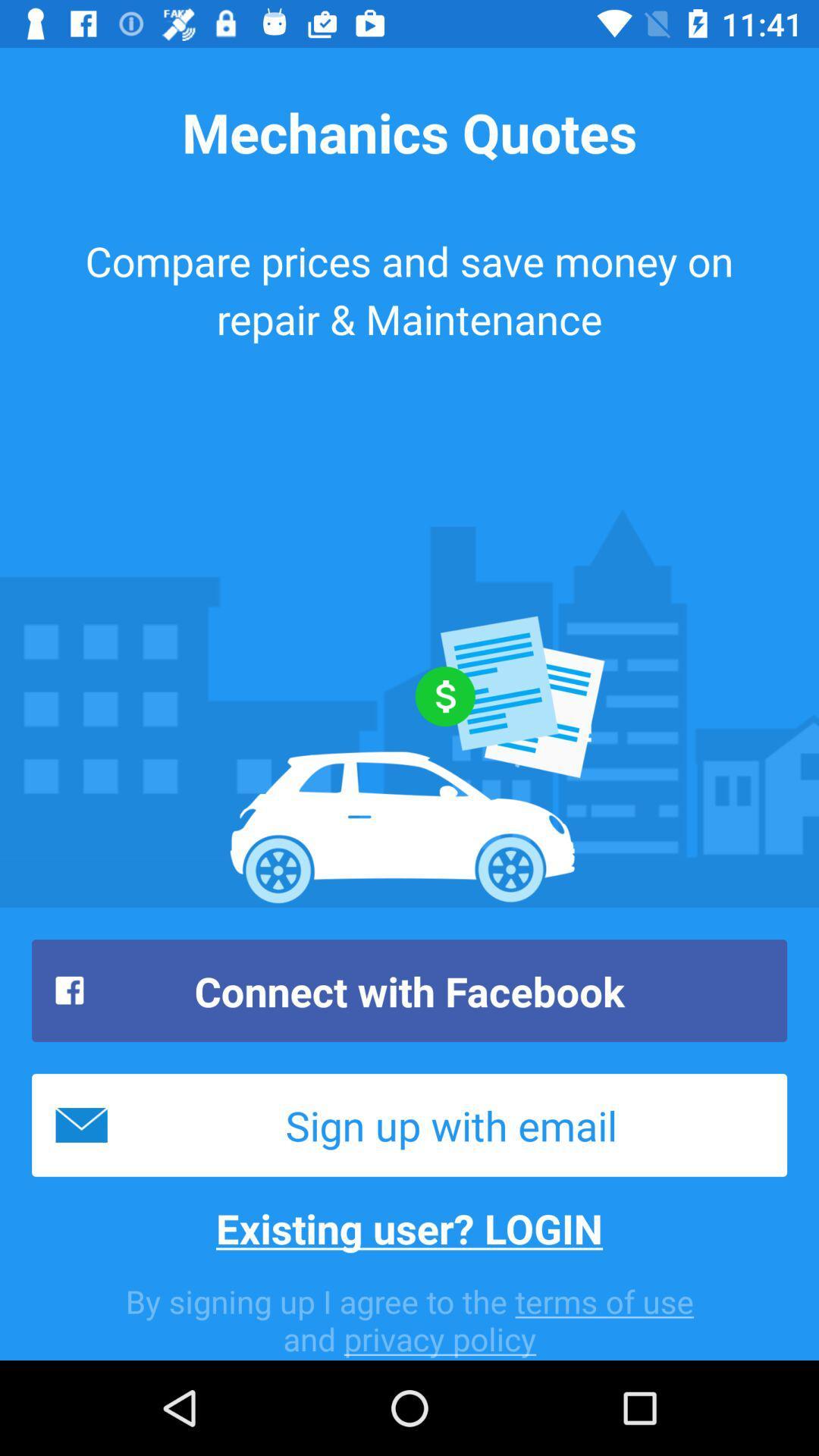  What do you see at coordinates (409, 1228) in the screenshot?
I see `item below the sign up with icon` at bounding box center [409, 1228].